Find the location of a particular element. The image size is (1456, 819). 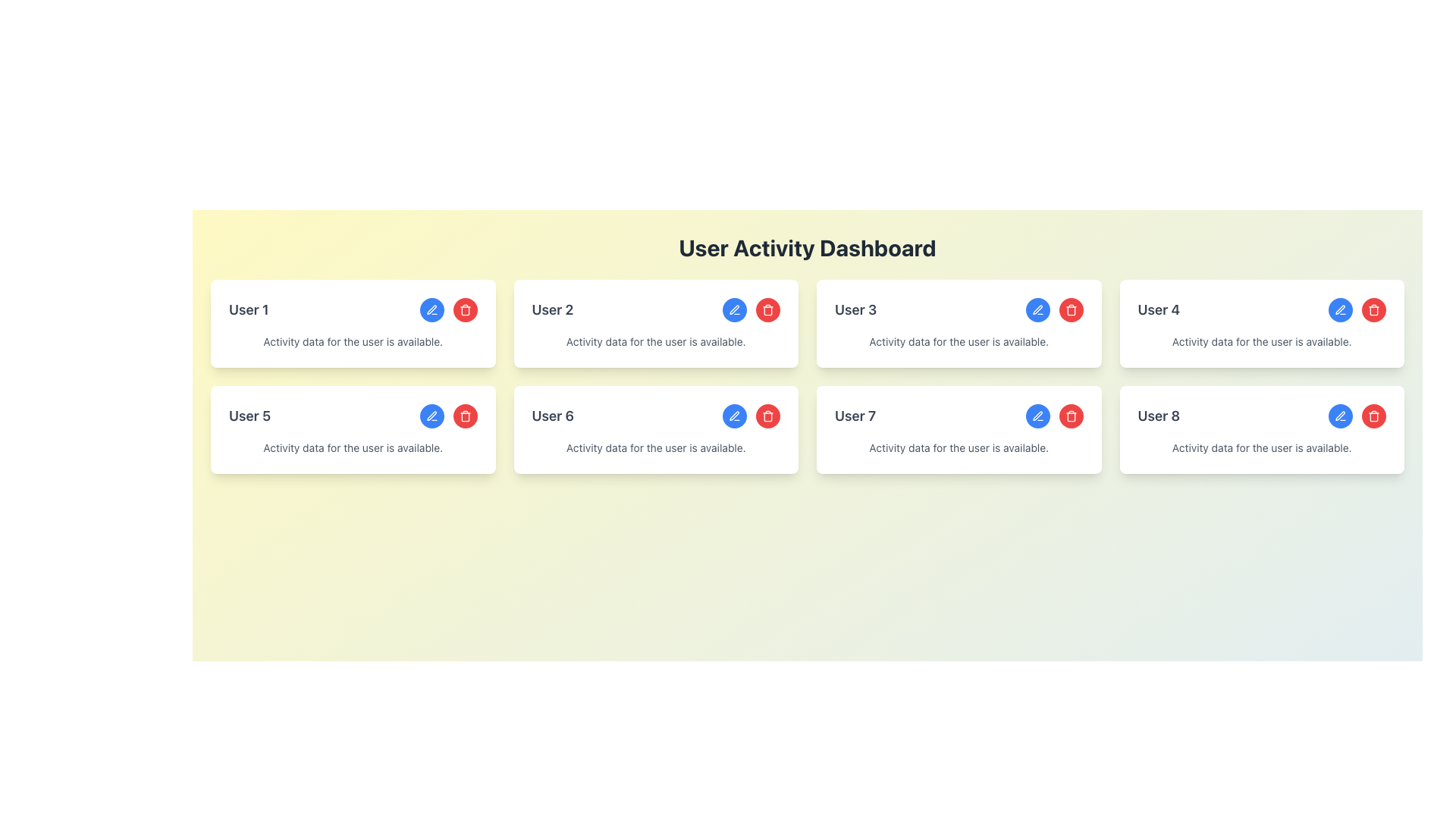

the small blue circular button with a pen icon for editing, located in the 'User 5' card on the second row, first column is located at coordinates (431, 416).